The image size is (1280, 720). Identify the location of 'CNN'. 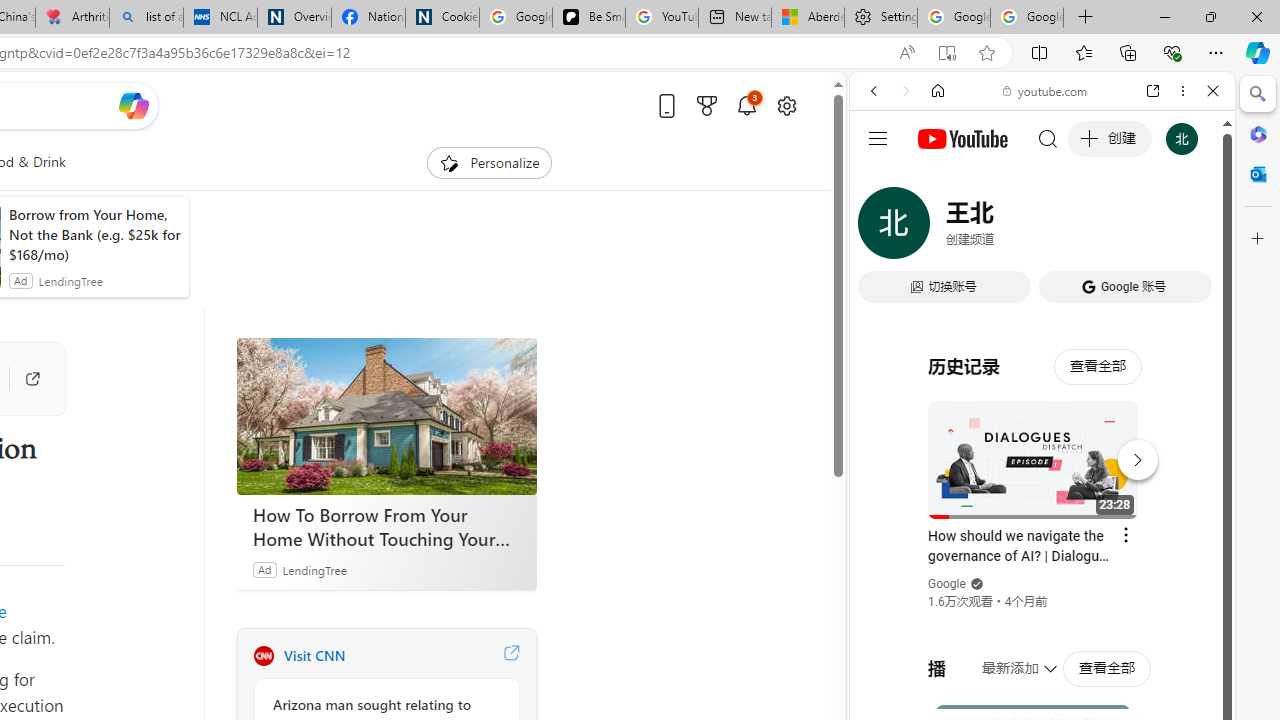
(262, 655).